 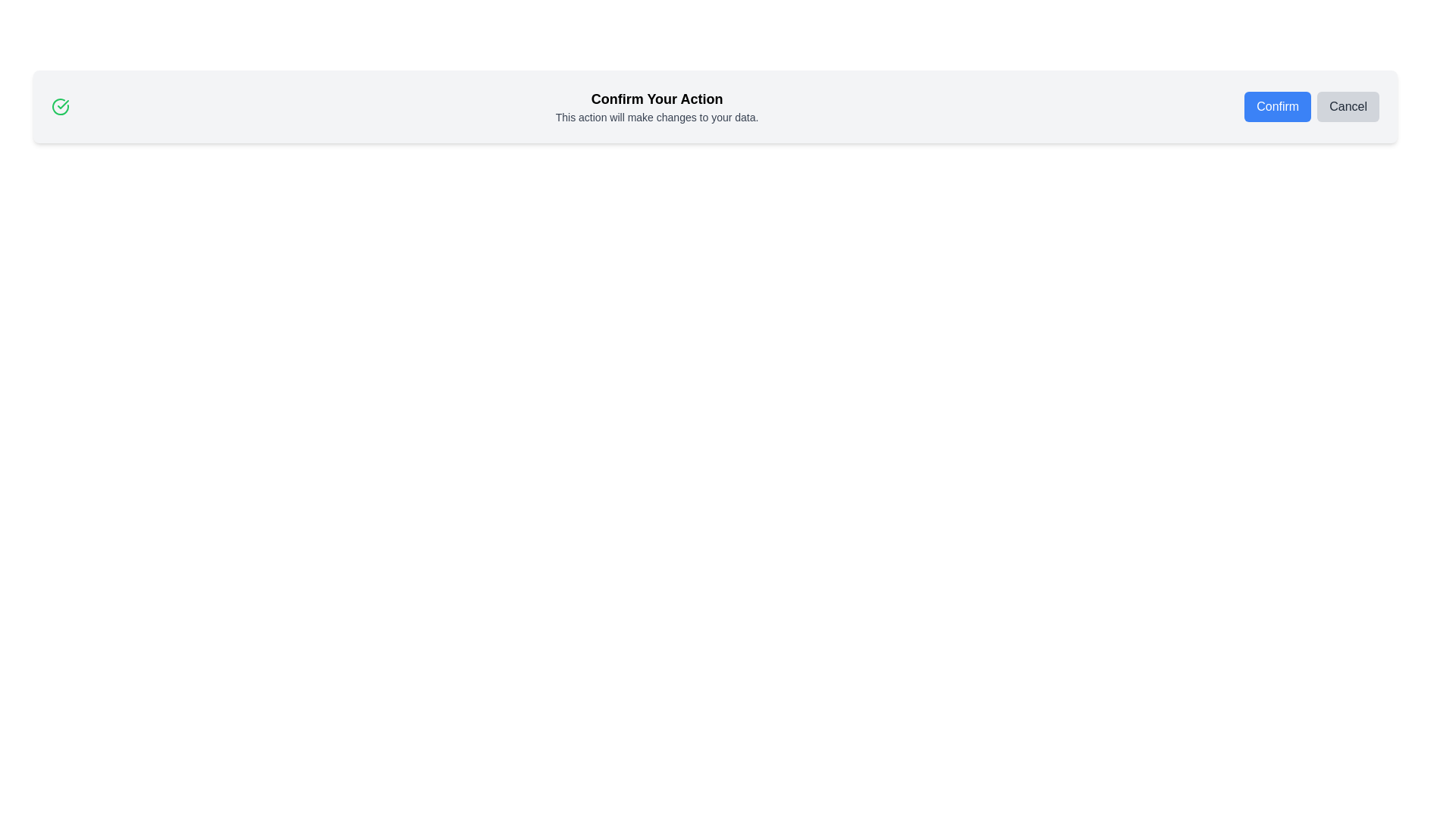 I want to click on the Text Block that contains the bold header 'Confirm Your Action' and the smaller text 'This action will make changes to your data.', so click(x=657, y=106).